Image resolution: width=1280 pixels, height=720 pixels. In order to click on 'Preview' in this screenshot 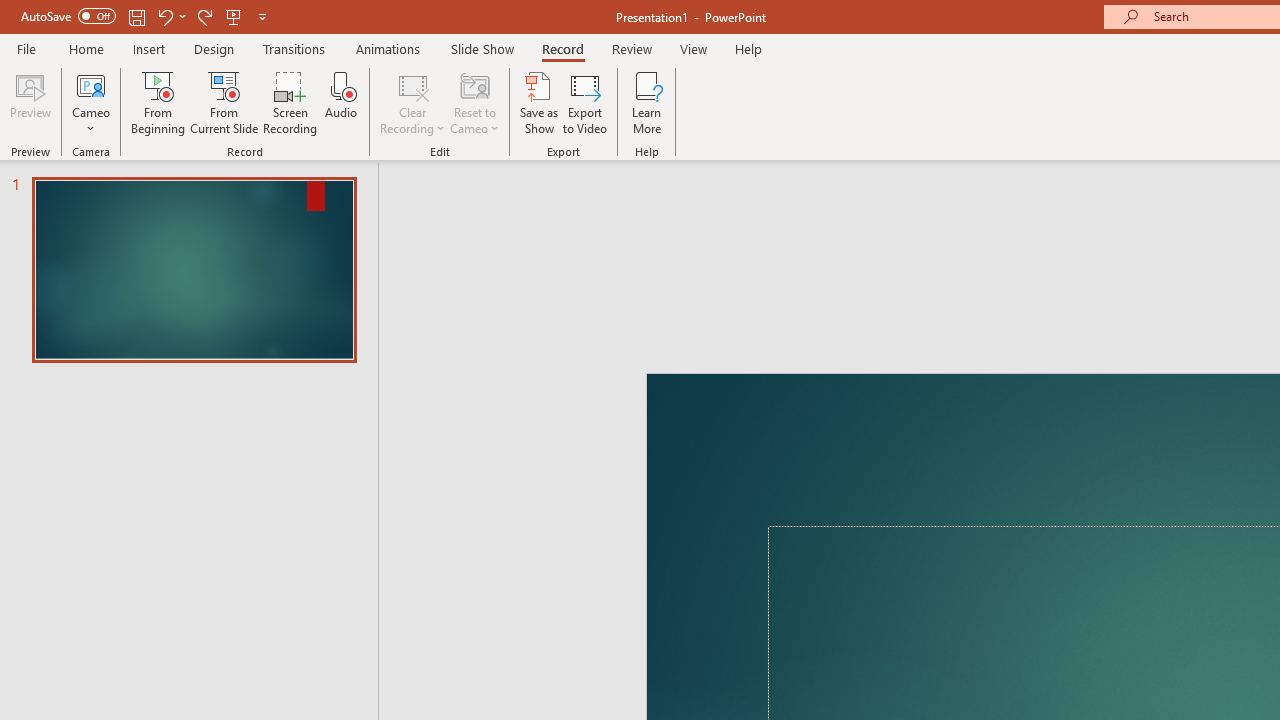, I will do `click(30, 103)`.